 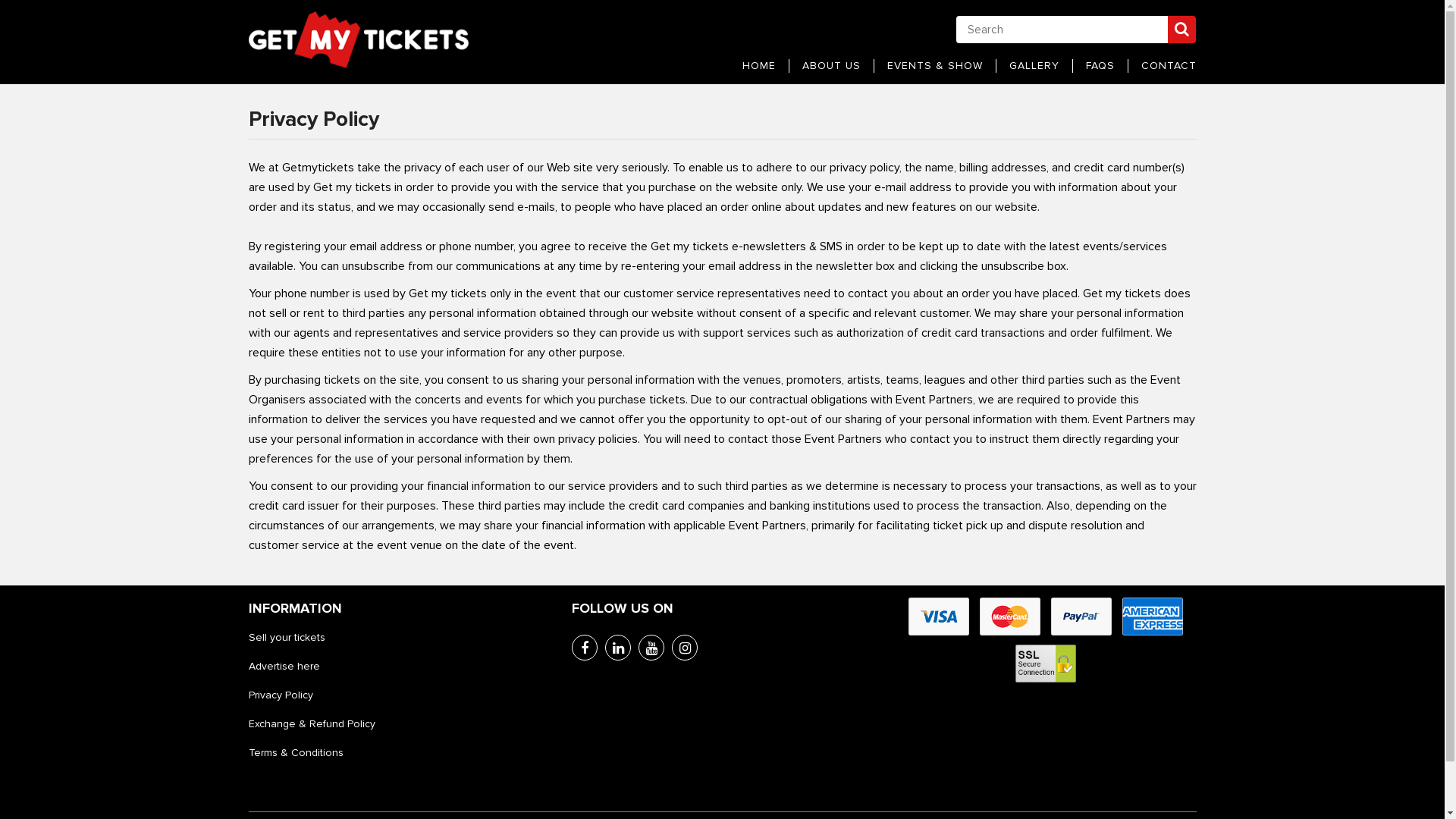 What do you see at coordinates (287, 637) in the screenshot?
I see `'Sell your tickets'` at bounding box center [287, 637].